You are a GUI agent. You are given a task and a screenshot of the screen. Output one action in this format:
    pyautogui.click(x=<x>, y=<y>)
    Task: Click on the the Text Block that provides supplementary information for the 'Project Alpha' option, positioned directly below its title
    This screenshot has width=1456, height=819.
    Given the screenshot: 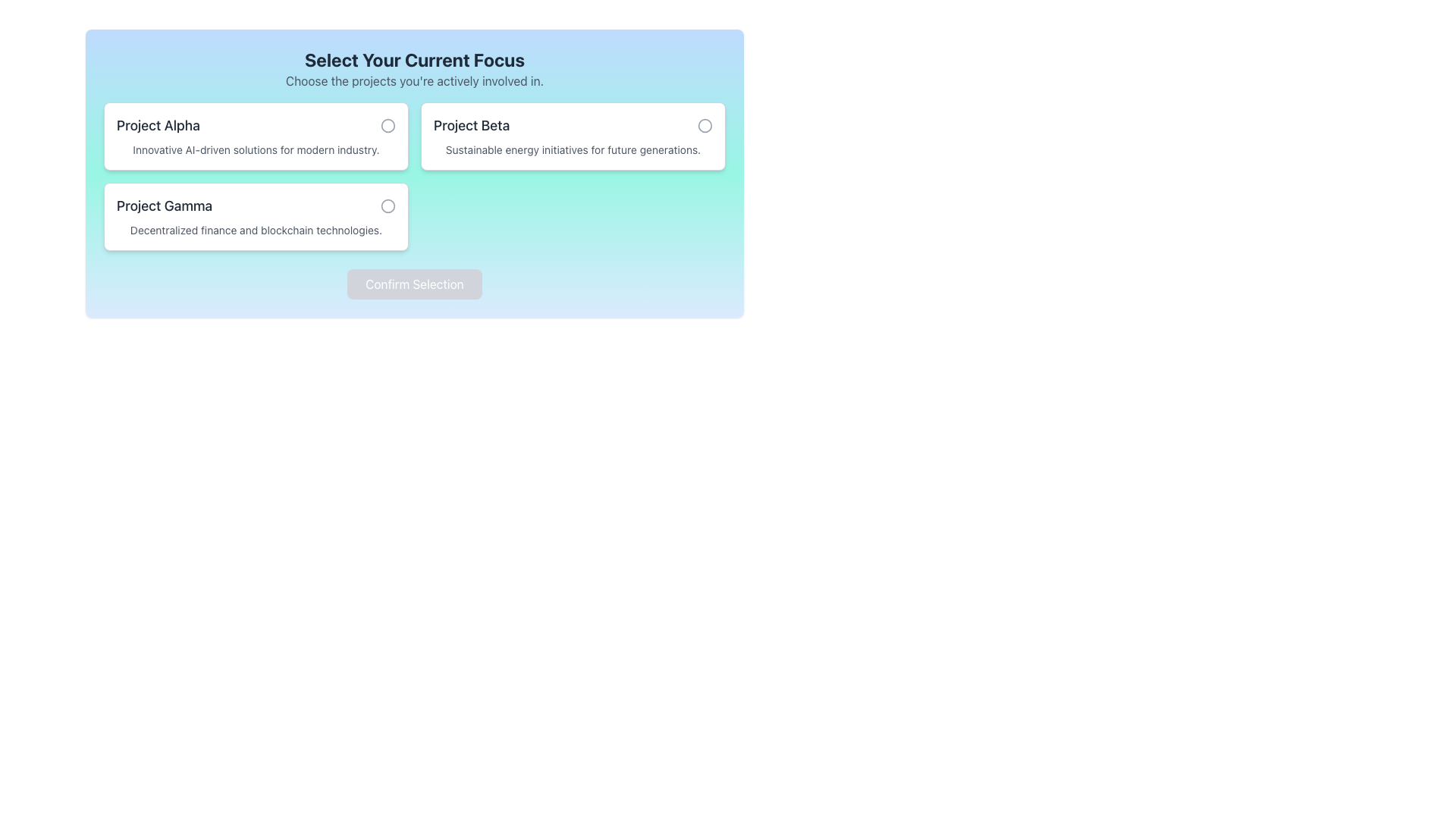 What is the action you would take?
    pyautogui.click(x=256, y=149)
    